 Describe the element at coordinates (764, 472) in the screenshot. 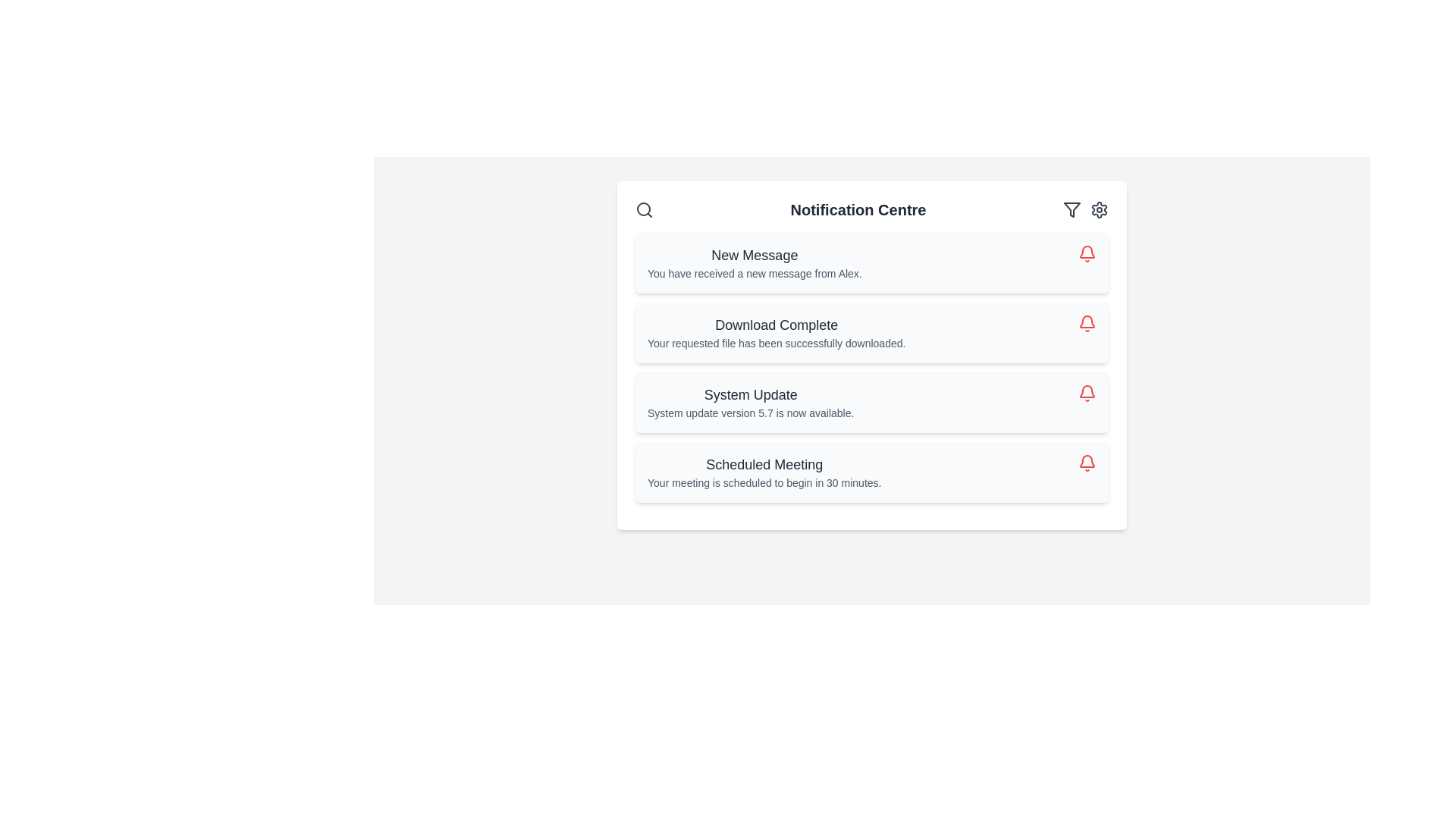

I see `information from the 'Scheduled Meeting' text block, which is located at the bottom of the notifications list in the notification center interface` at that location.